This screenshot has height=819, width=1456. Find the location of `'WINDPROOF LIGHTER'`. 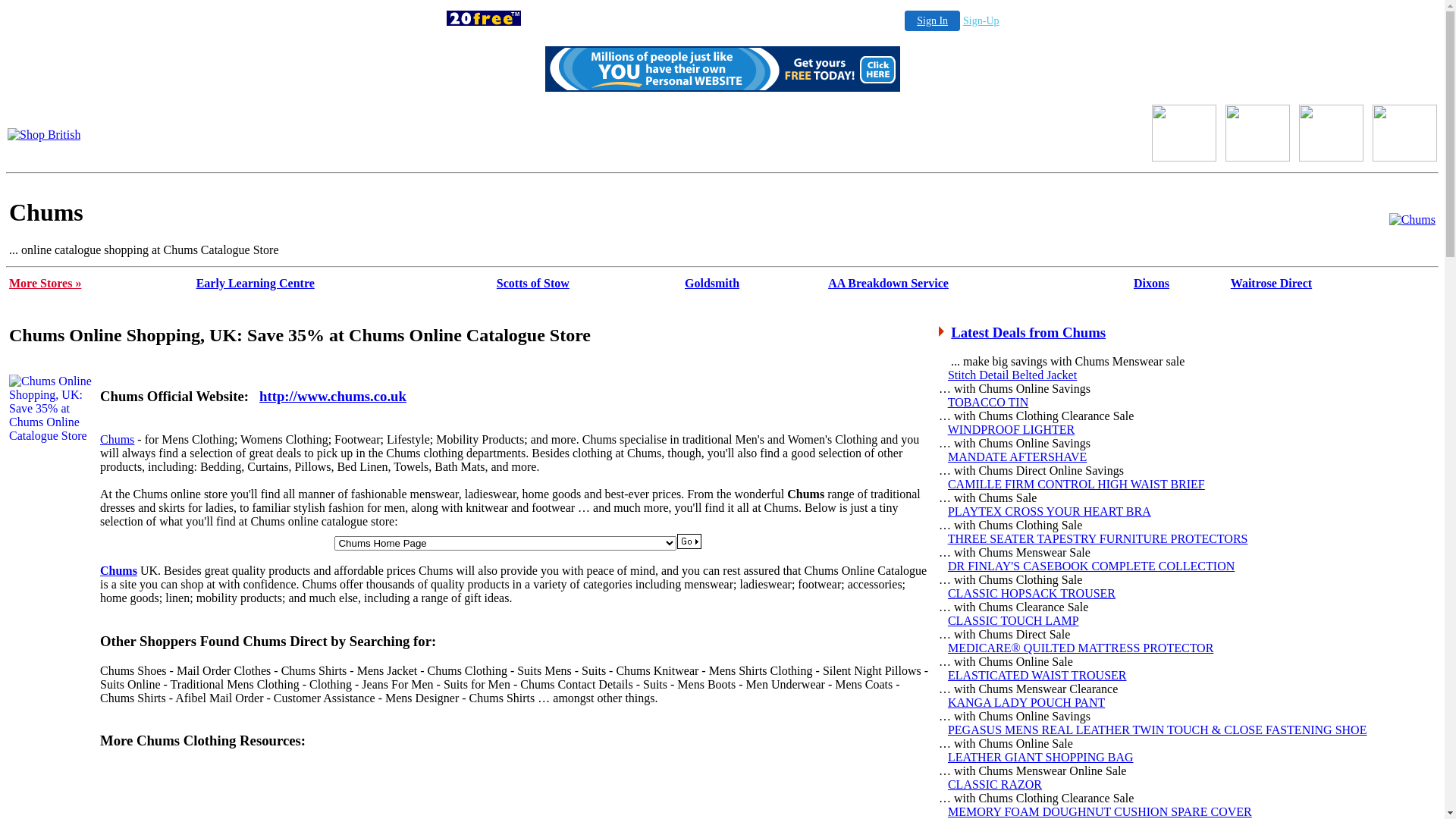

'WINDPROOF LIGHTER' is located at coordinates (946, 429).